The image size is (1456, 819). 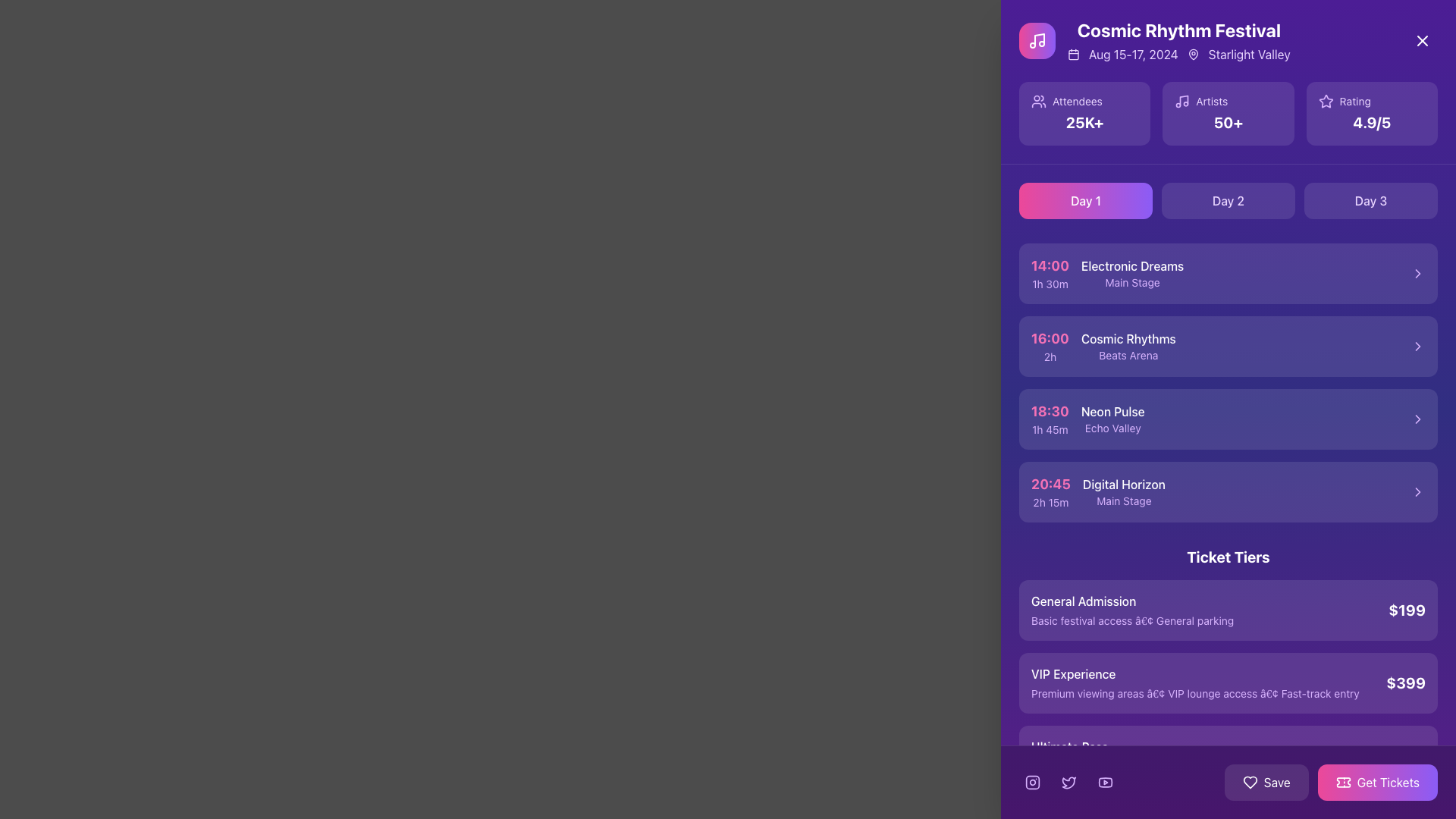 What do you see at coordinates (1192, 54) in the screenshot?
I see `the purple map pin icon located to the left of the text 'Starlight Valley' to interact with its associated feature` at bounding box center [1192, 54].